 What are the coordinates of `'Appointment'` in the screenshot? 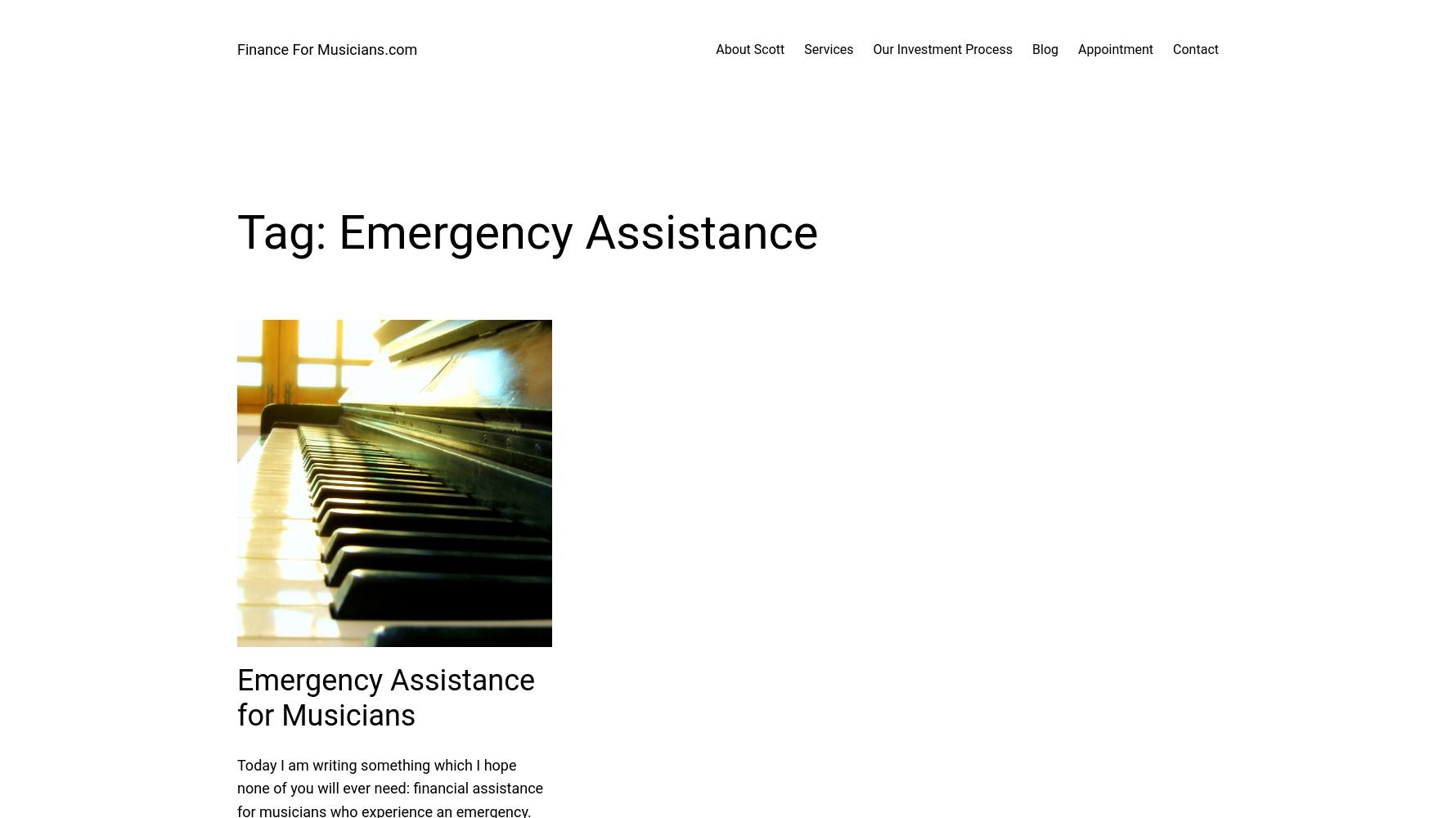 It's located at (1116, 49).